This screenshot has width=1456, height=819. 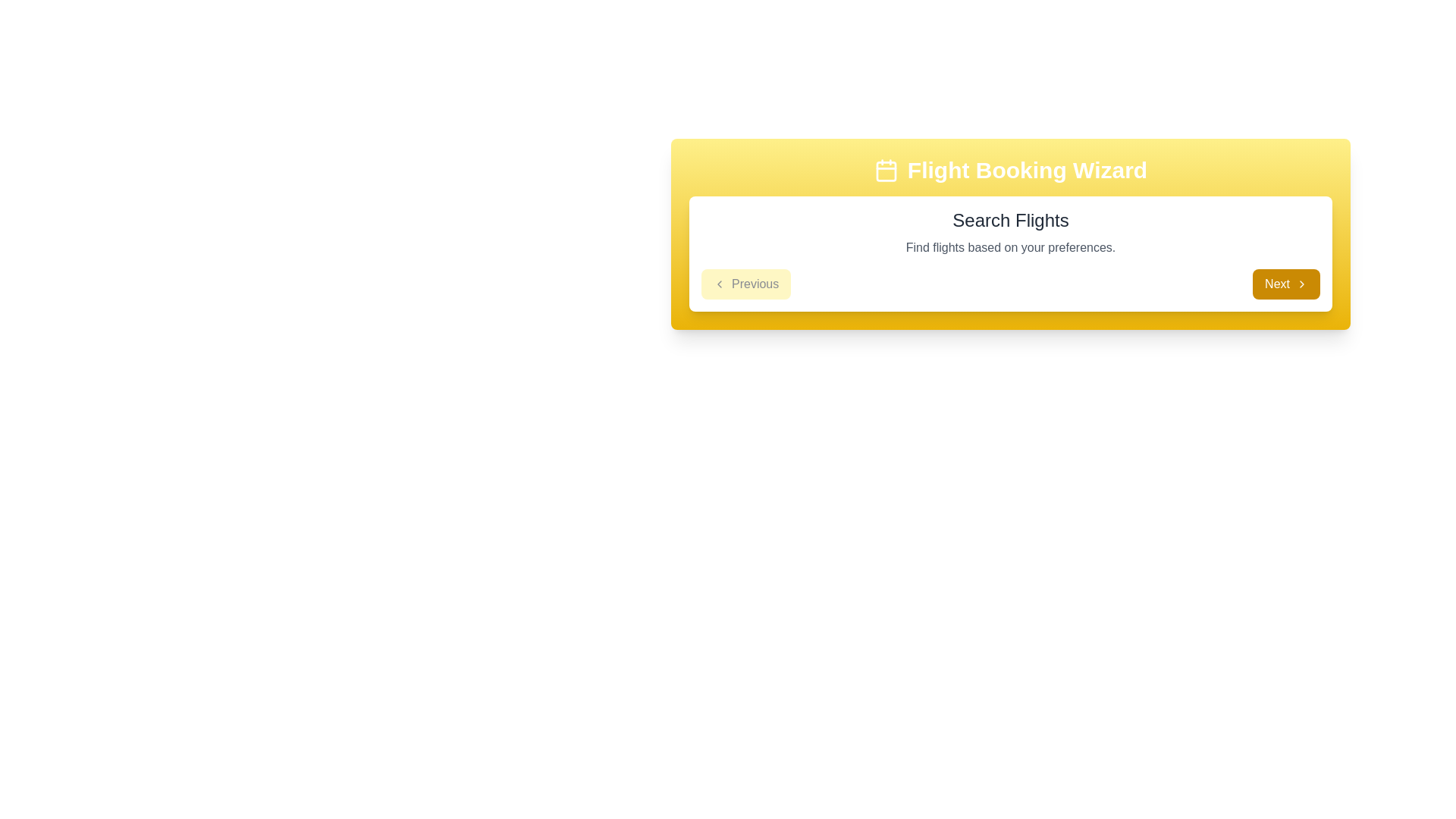 I want to click on the text element that reads 'Find flights based on your preferences.' which is located below the 'Search Flights' header, so click(x=1011, y=247).